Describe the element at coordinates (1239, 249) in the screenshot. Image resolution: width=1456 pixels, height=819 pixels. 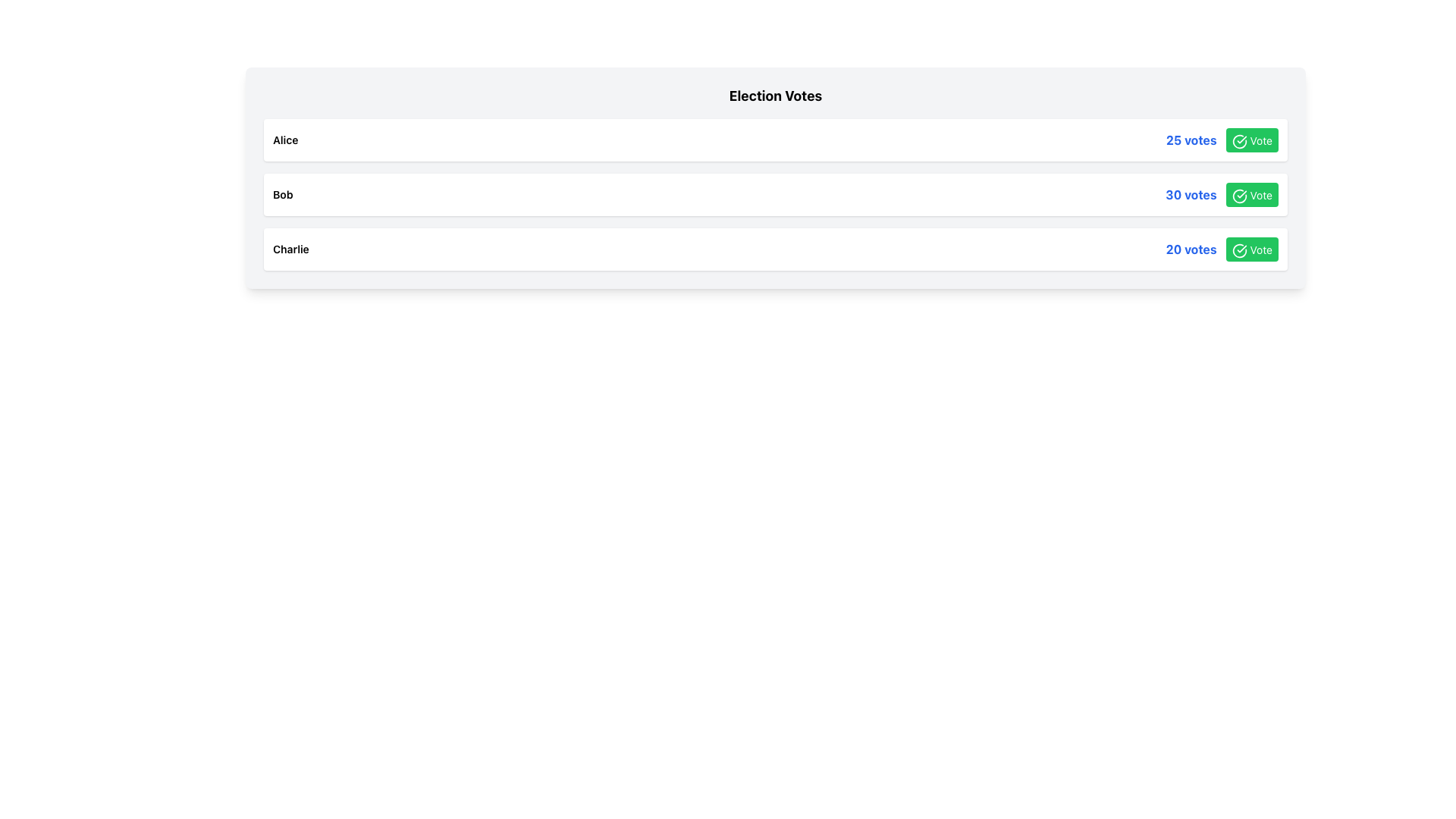
I see `the visual confirmation icon located inside the green 'Vote' button, positioned in the third row of the election results list, to the right of '20 votes'` at that location.